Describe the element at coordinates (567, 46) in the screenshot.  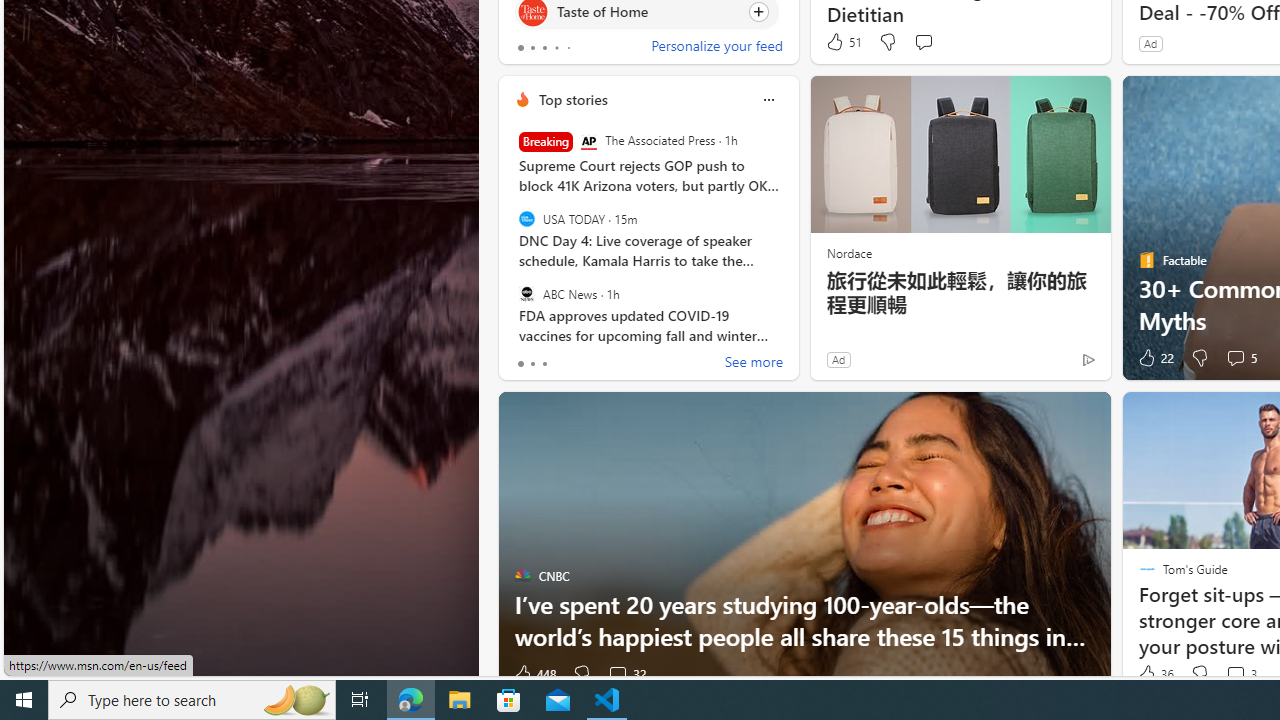
I see `'tab-4'` at that location.